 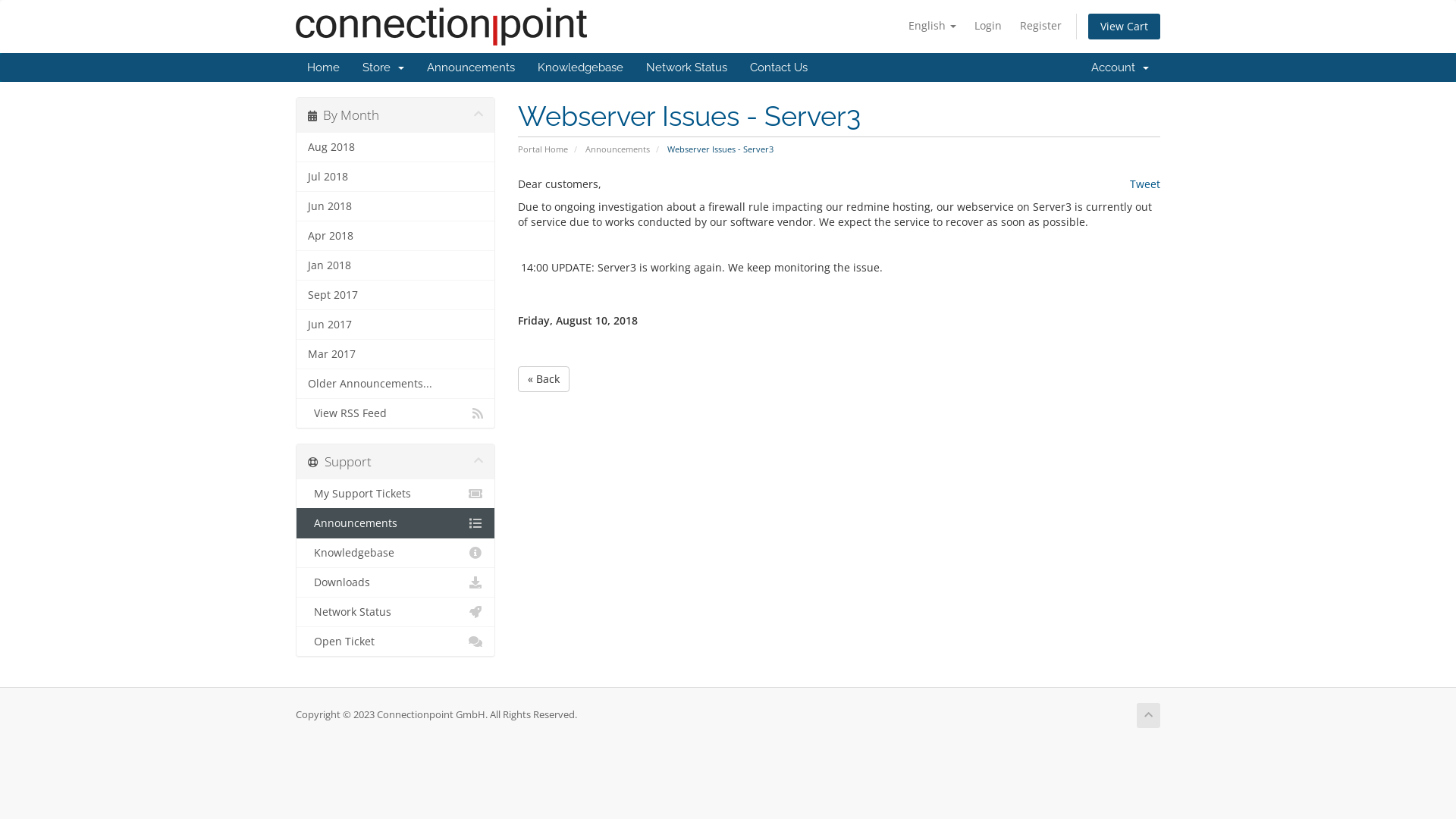 I want to click on 'Older Announcements...', so click(x=395, y=382).